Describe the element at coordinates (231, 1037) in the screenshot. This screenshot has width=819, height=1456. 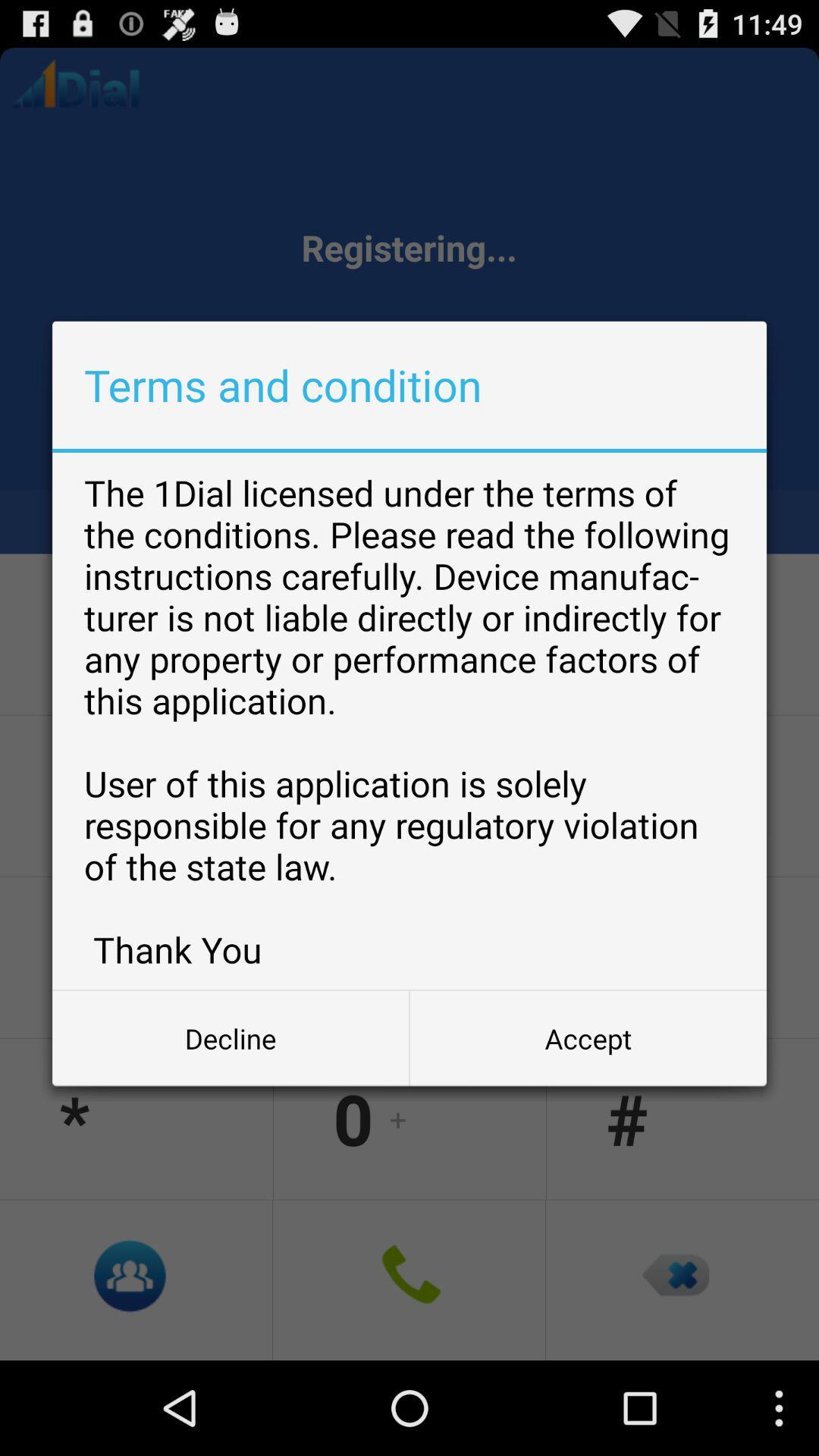
I see `the item next to the accept icon` at that location.